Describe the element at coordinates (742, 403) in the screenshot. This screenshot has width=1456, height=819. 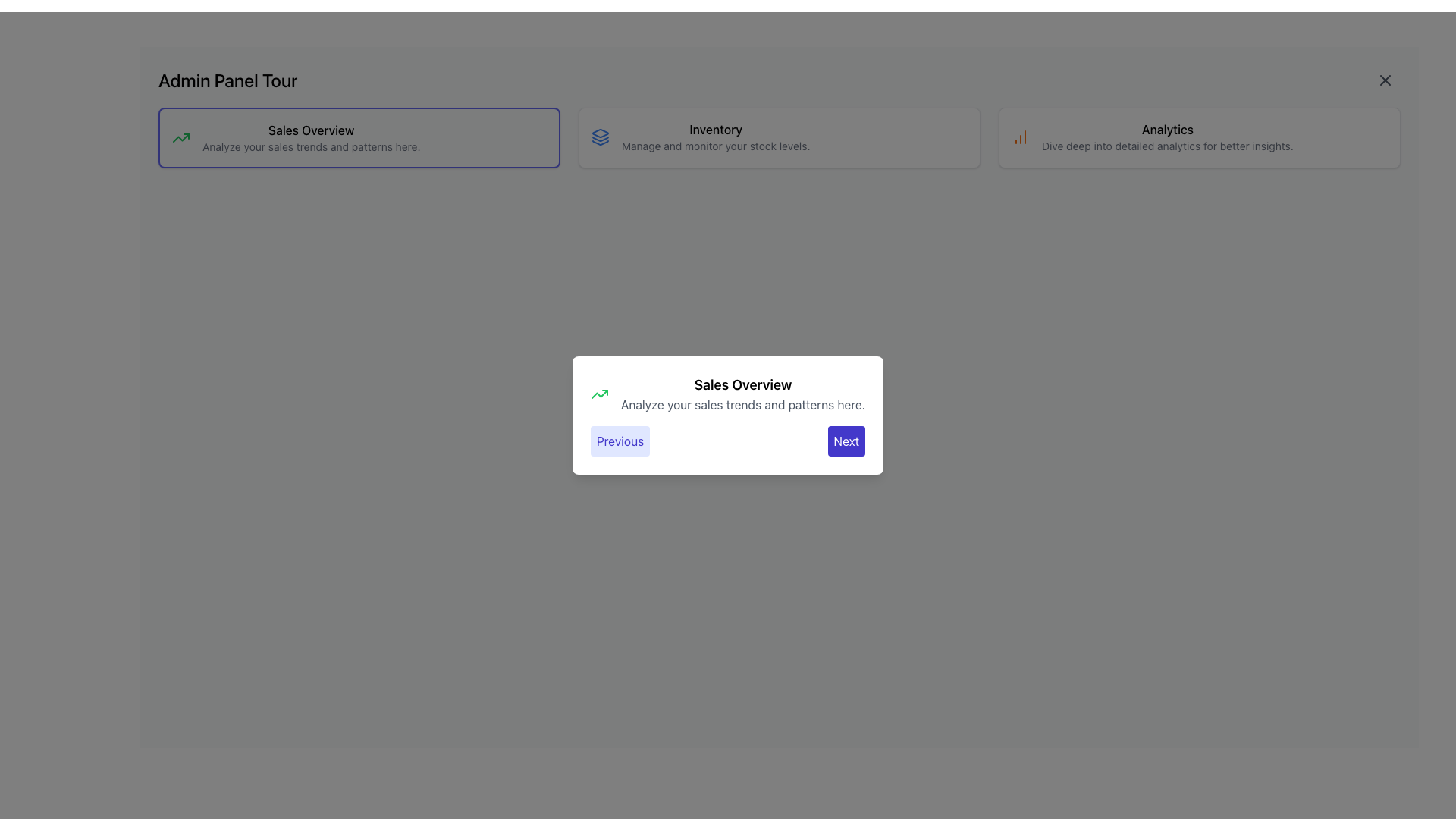
I see `the text label displaying 'Analyze your sales trends and patterns here.' which is located below the 'Sales Overview' title in the modal box` at that location.